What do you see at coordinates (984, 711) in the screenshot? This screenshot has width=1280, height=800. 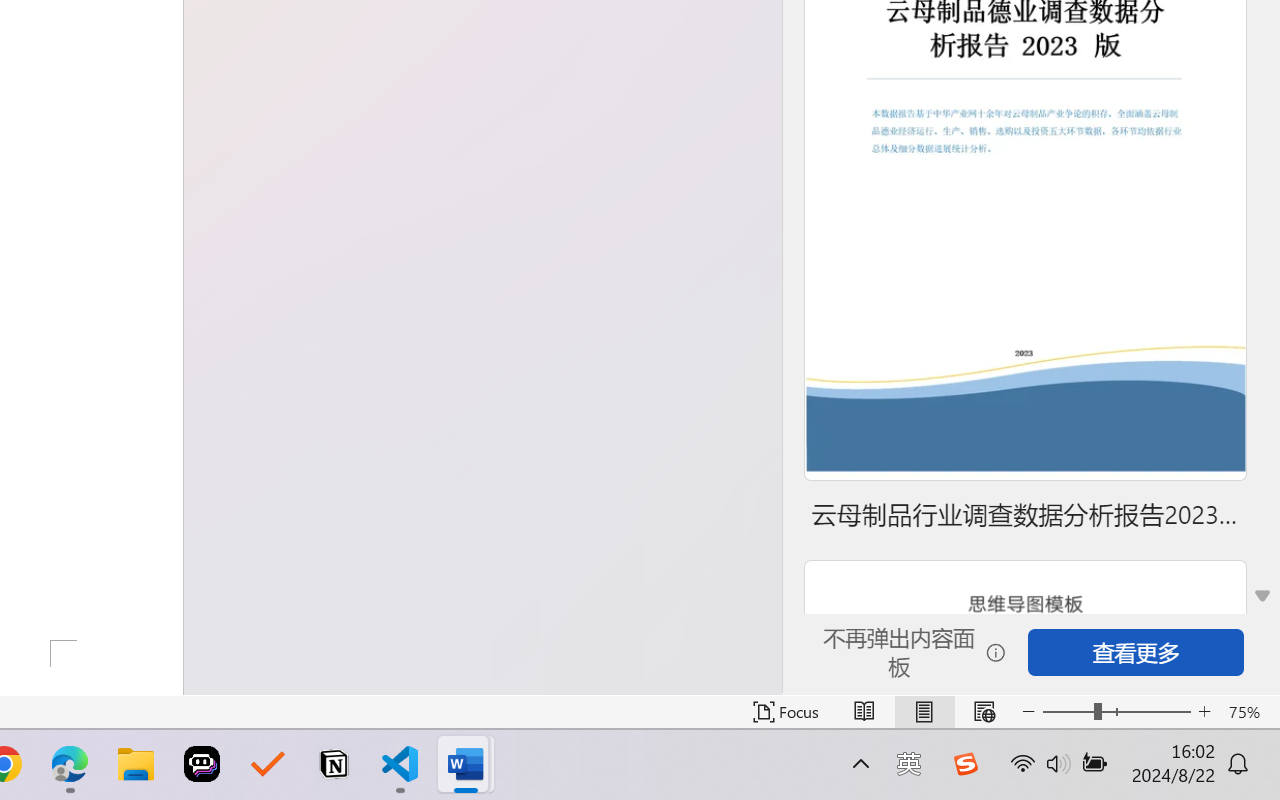 I see `'Web Layout'` at bounding box center [984, 711].